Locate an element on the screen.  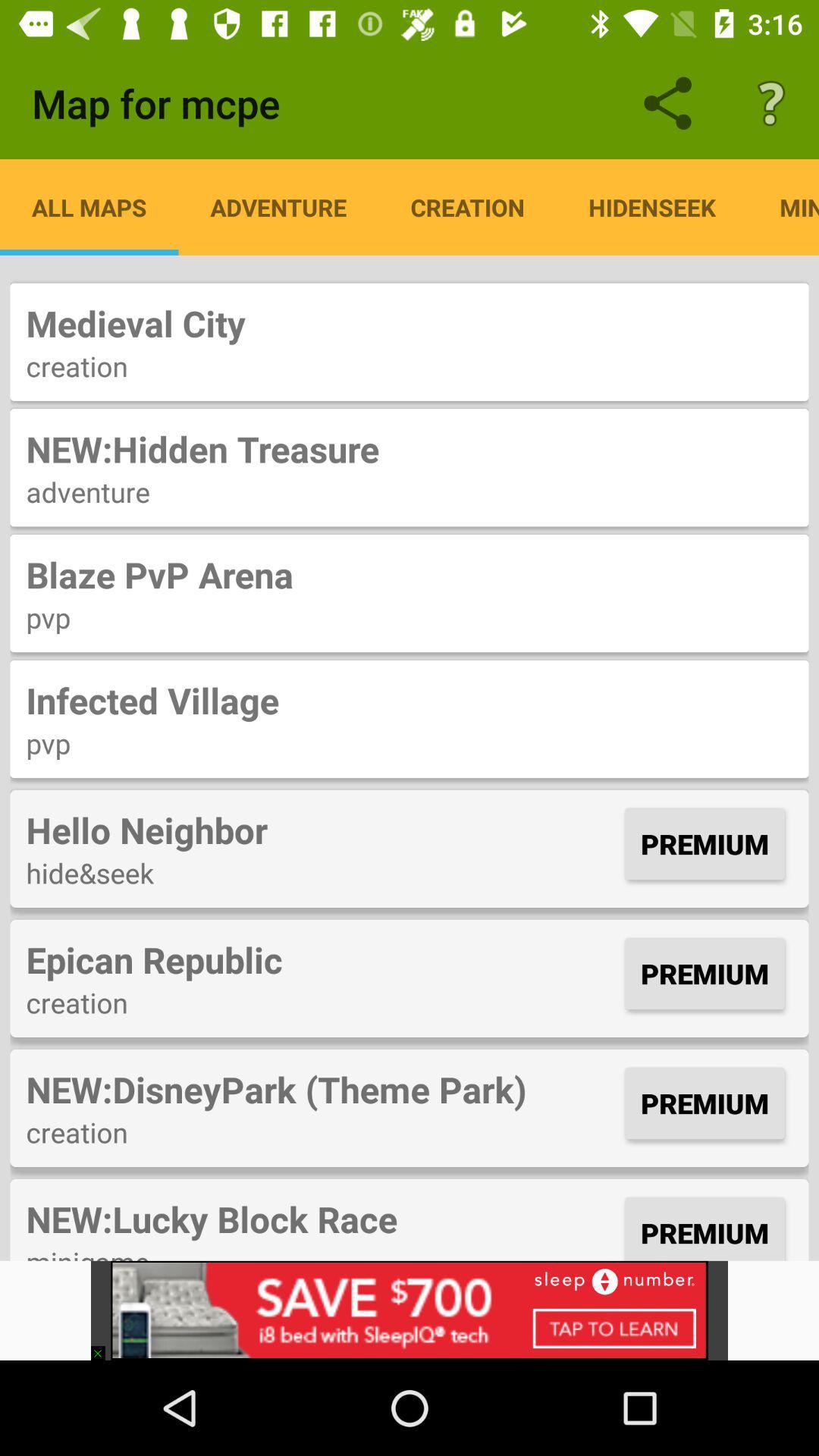
icon next to the creation item is located at coordinates (651, 206).